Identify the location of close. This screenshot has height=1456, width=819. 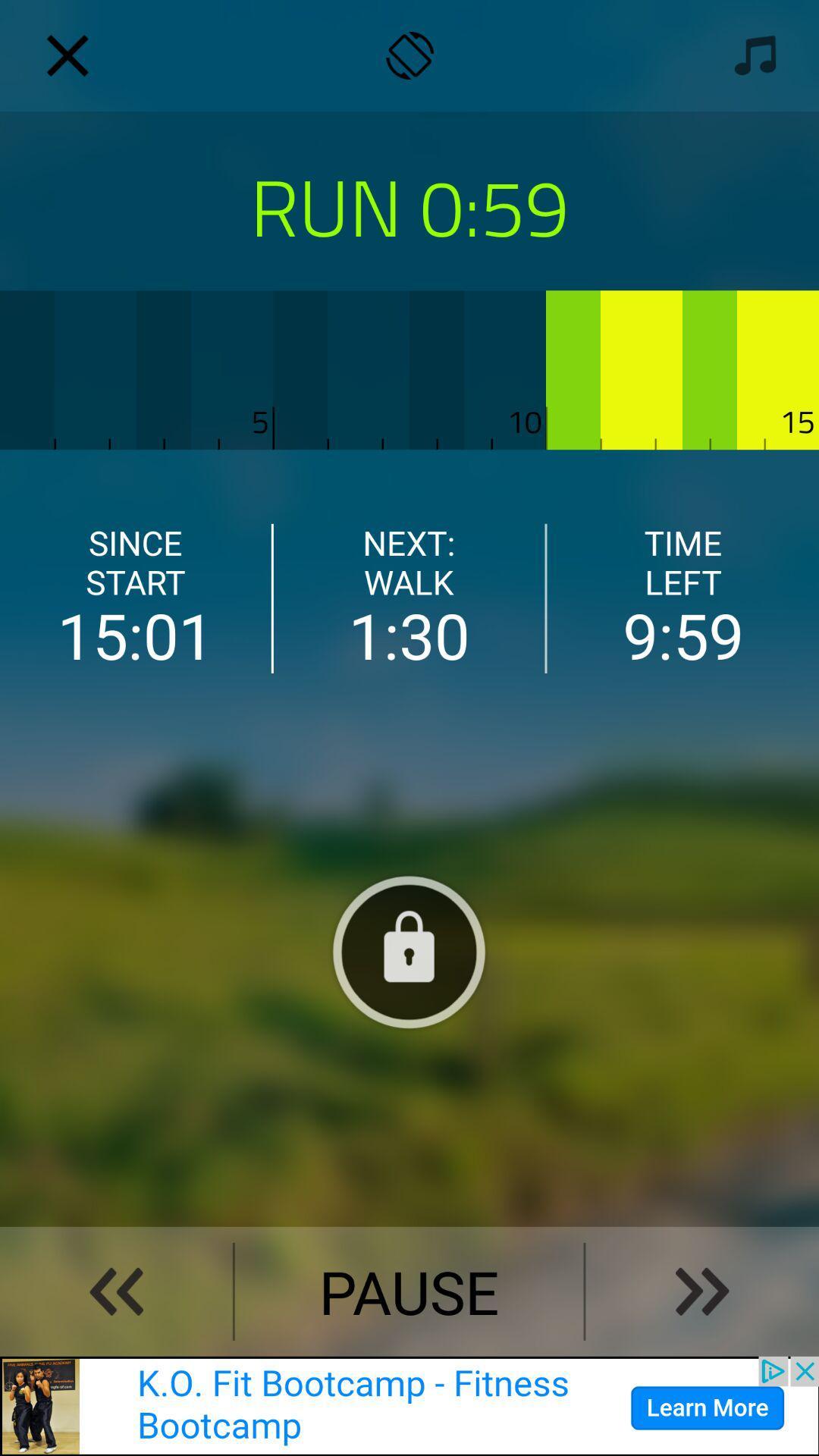
(67, 55).